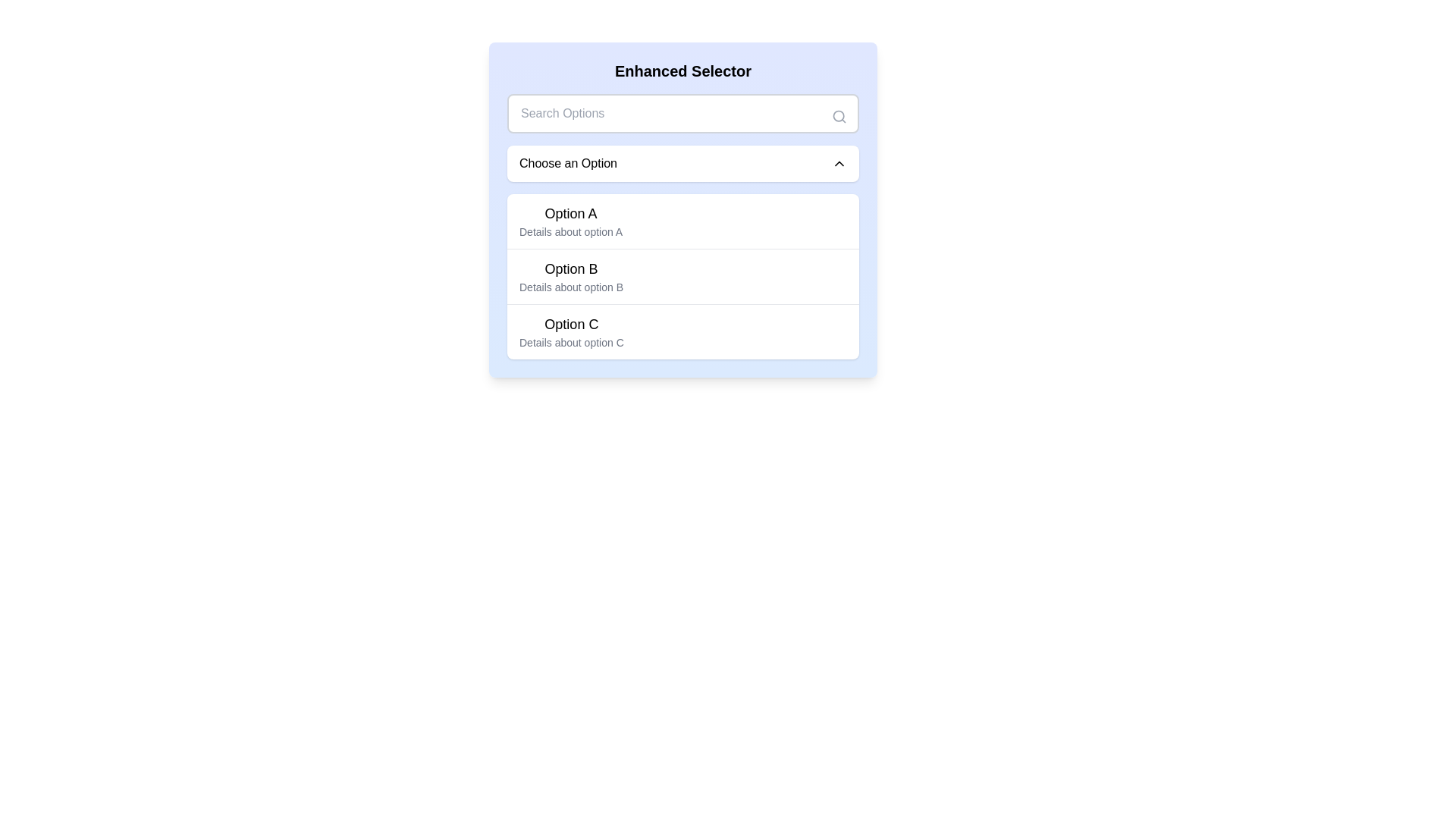  Describe the element at coordinates (570, 331) in the screenshot. I see `the third menu item in the vertical list` at that location.